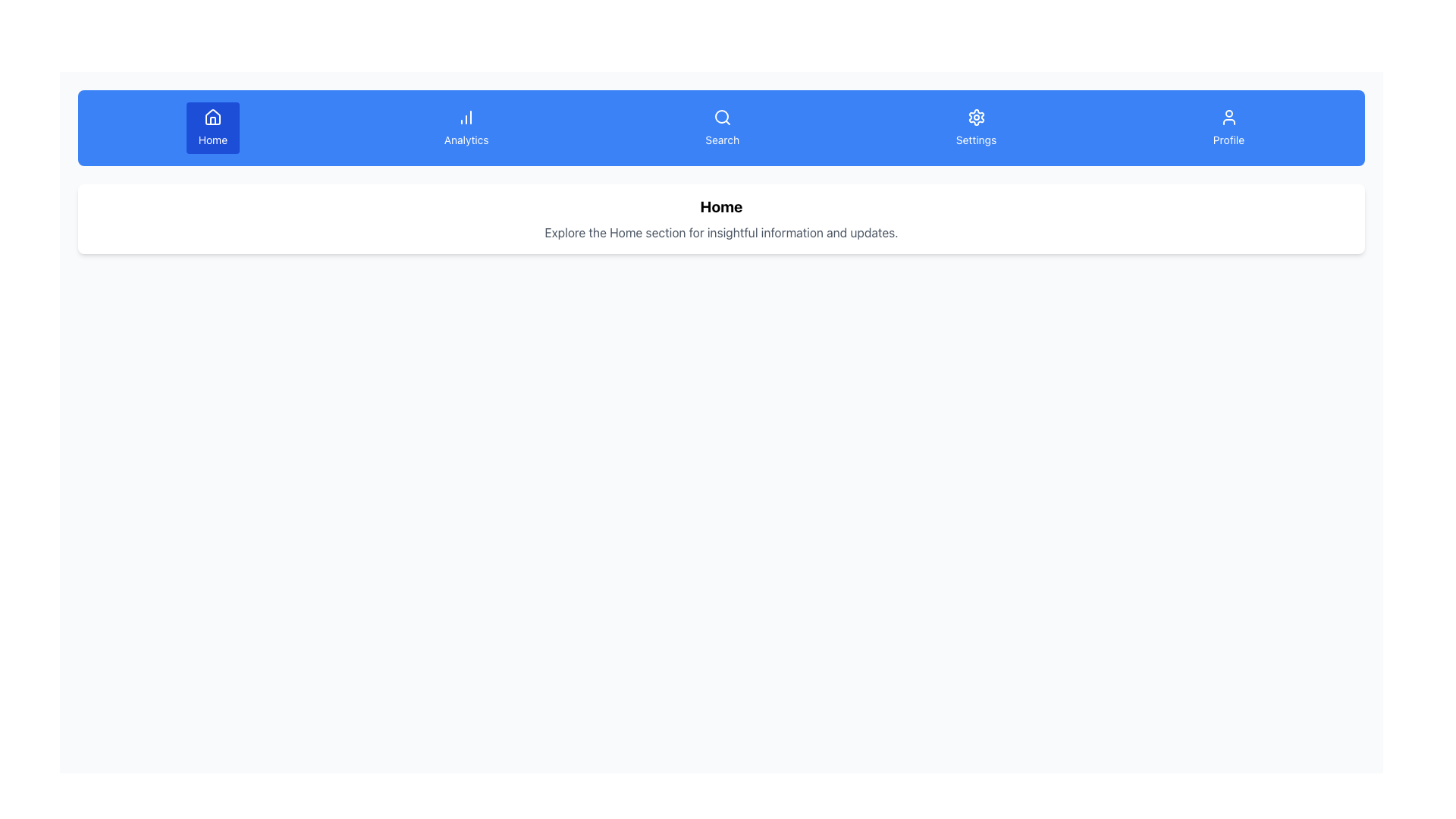  What do you see at coordinates (212, 127) in the screenshot?
I see `the 'Home' button located at the far left of the navigation bar` at bounding box center [212, 127].